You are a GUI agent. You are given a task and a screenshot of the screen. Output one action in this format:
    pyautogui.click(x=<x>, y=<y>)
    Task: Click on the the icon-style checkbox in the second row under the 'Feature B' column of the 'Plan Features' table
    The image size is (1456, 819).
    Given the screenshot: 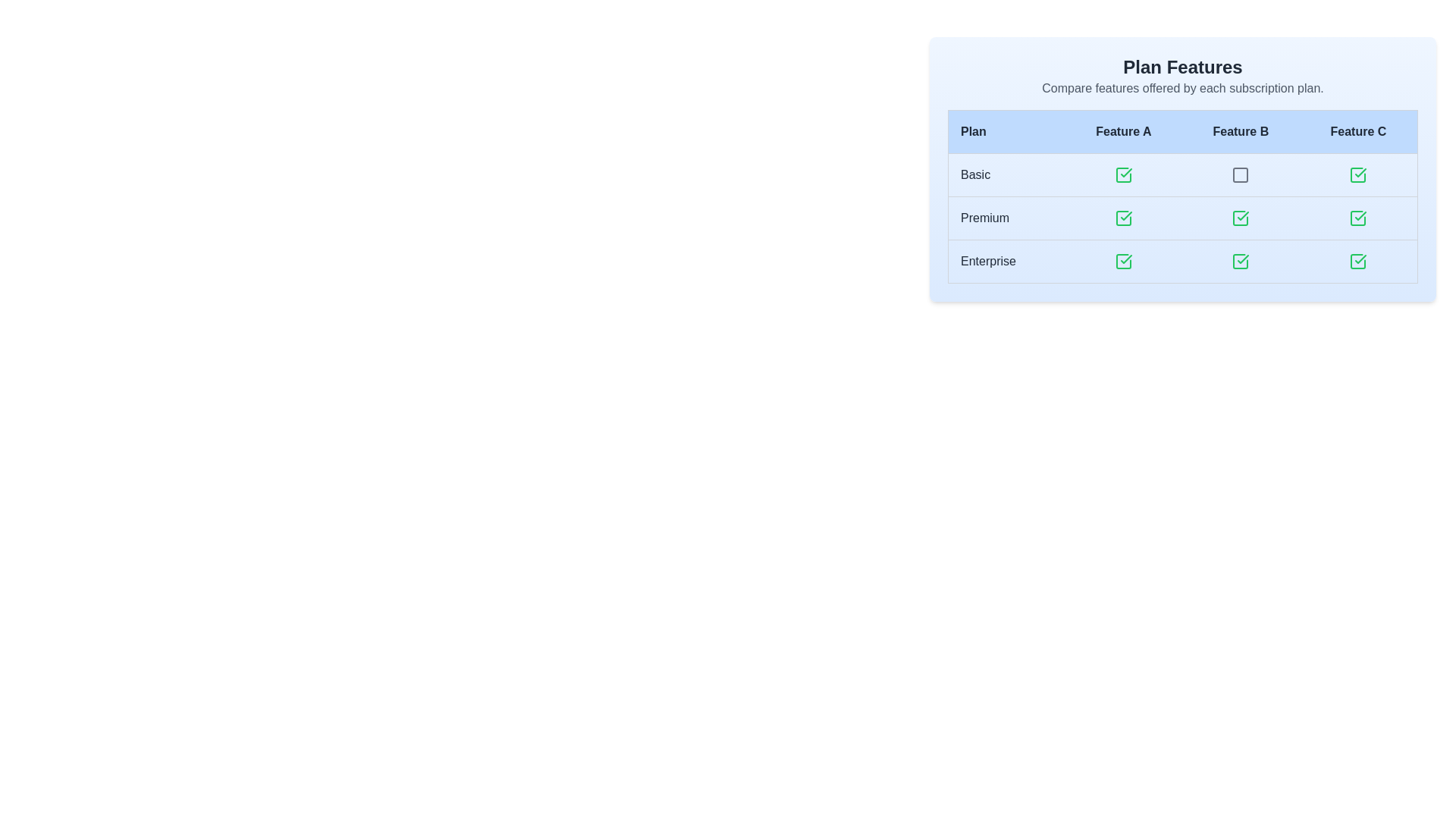 What is the action you would take?
    pyautogui.click(x=1241, y=218)
    